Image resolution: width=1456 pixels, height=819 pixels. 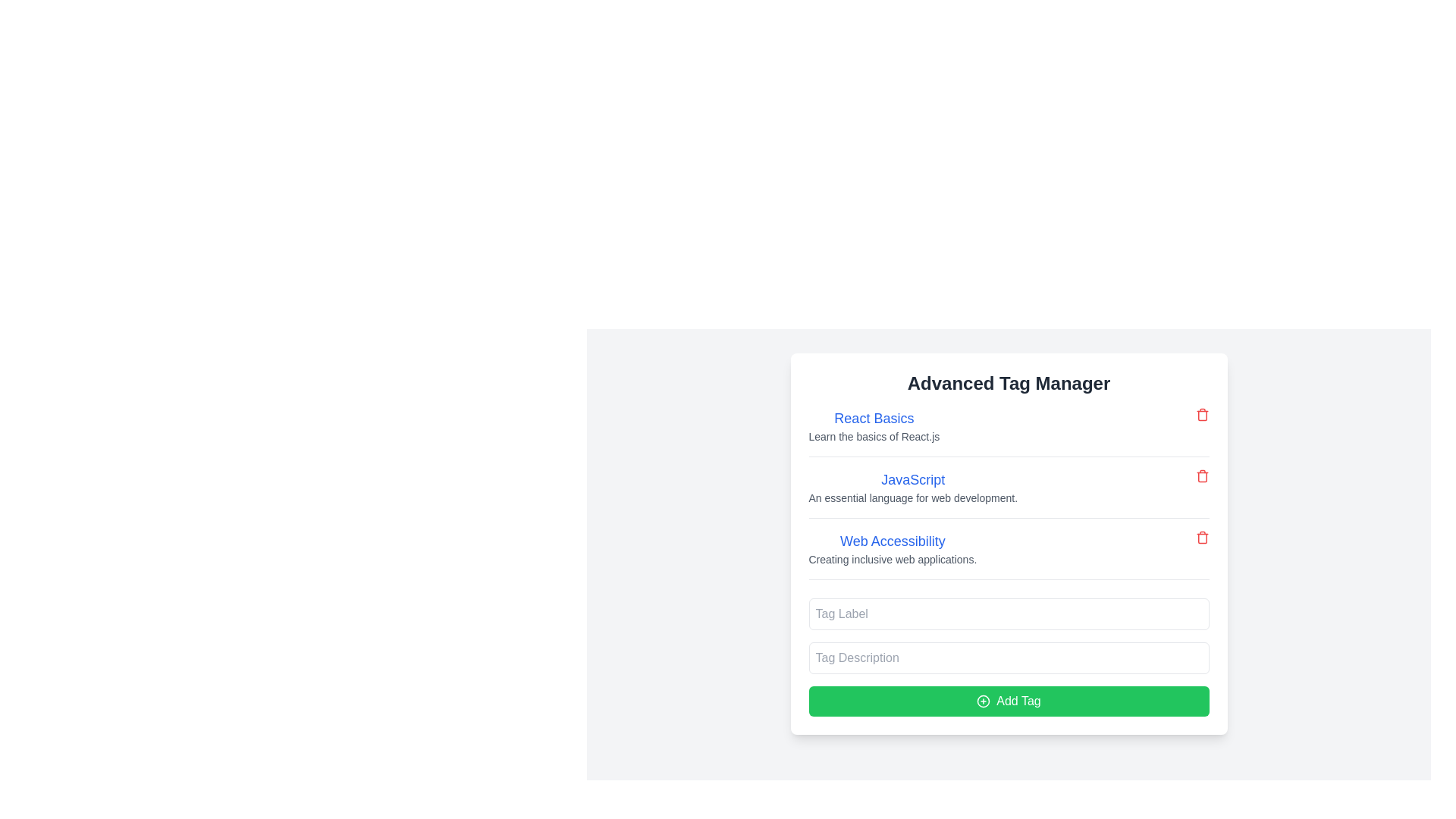 I want to click on the static text block titled 'React Basics', which is styled in blue and contains the description 'Learn the basics of React.js.', so click(x=874, y=426).